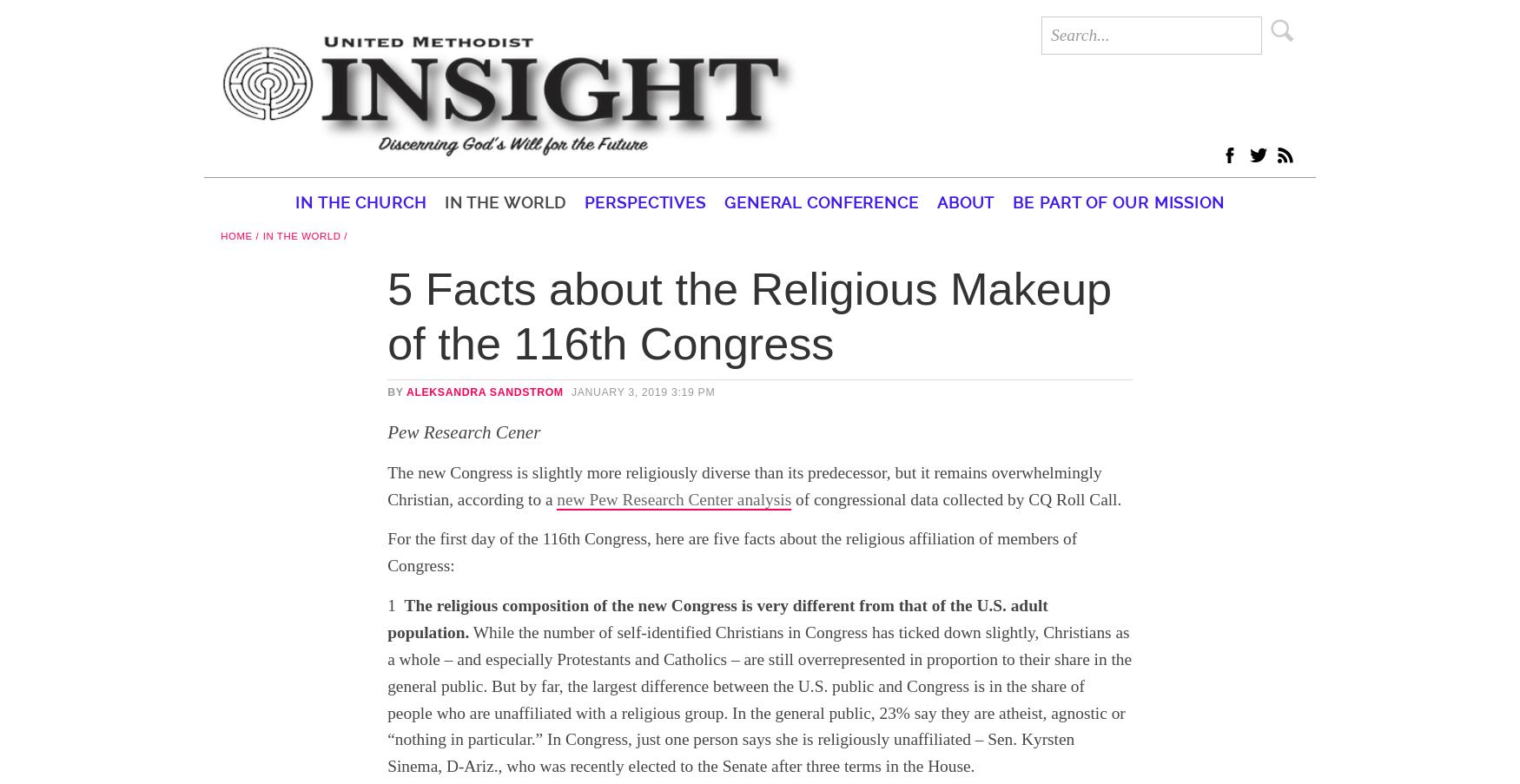  What do you see at coordinates (1396, 150) in the screenshot?
I see `'twitter'` at bounding box center [1396, 150].